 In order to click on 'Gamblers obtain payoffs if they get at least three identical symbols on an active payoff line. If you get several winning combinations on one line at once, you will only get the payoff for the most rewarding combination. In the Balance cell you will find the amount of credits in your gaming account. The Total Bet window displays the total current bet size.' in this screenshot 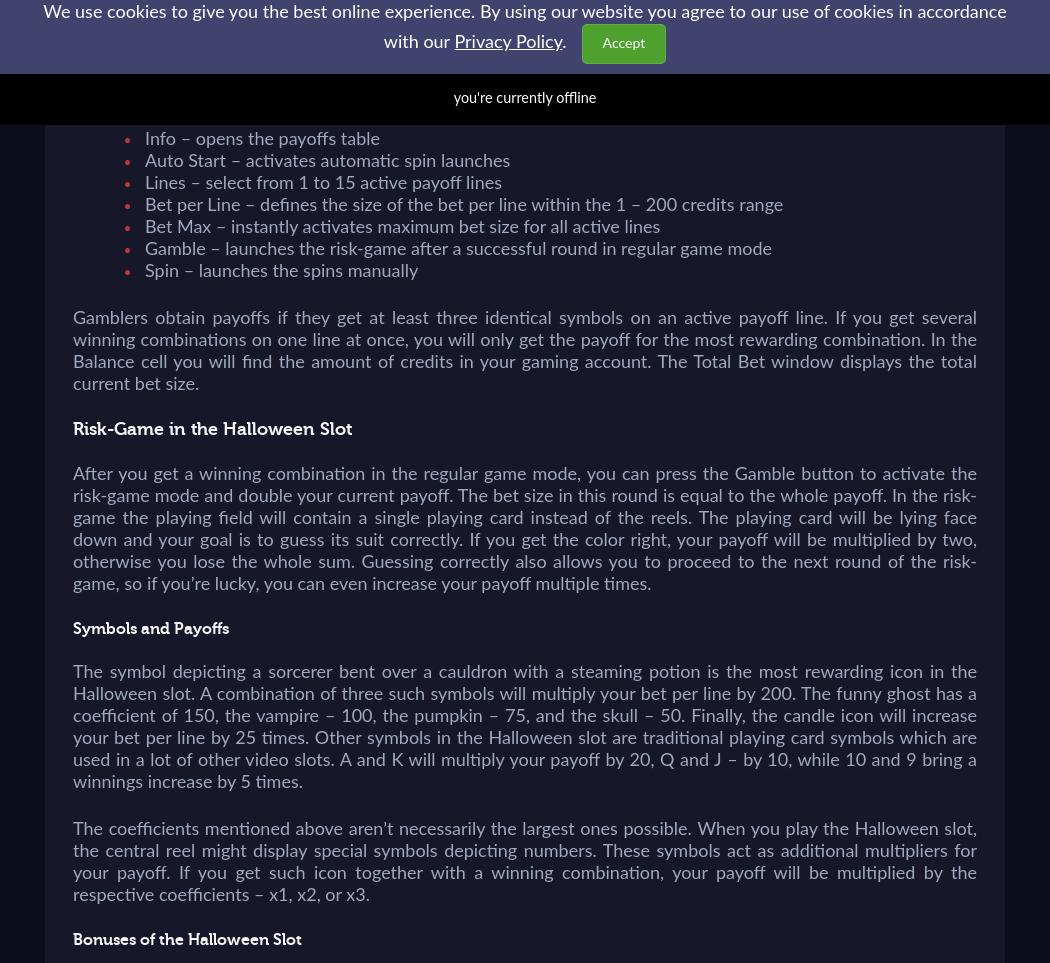, I will do `click(525, 350)`.